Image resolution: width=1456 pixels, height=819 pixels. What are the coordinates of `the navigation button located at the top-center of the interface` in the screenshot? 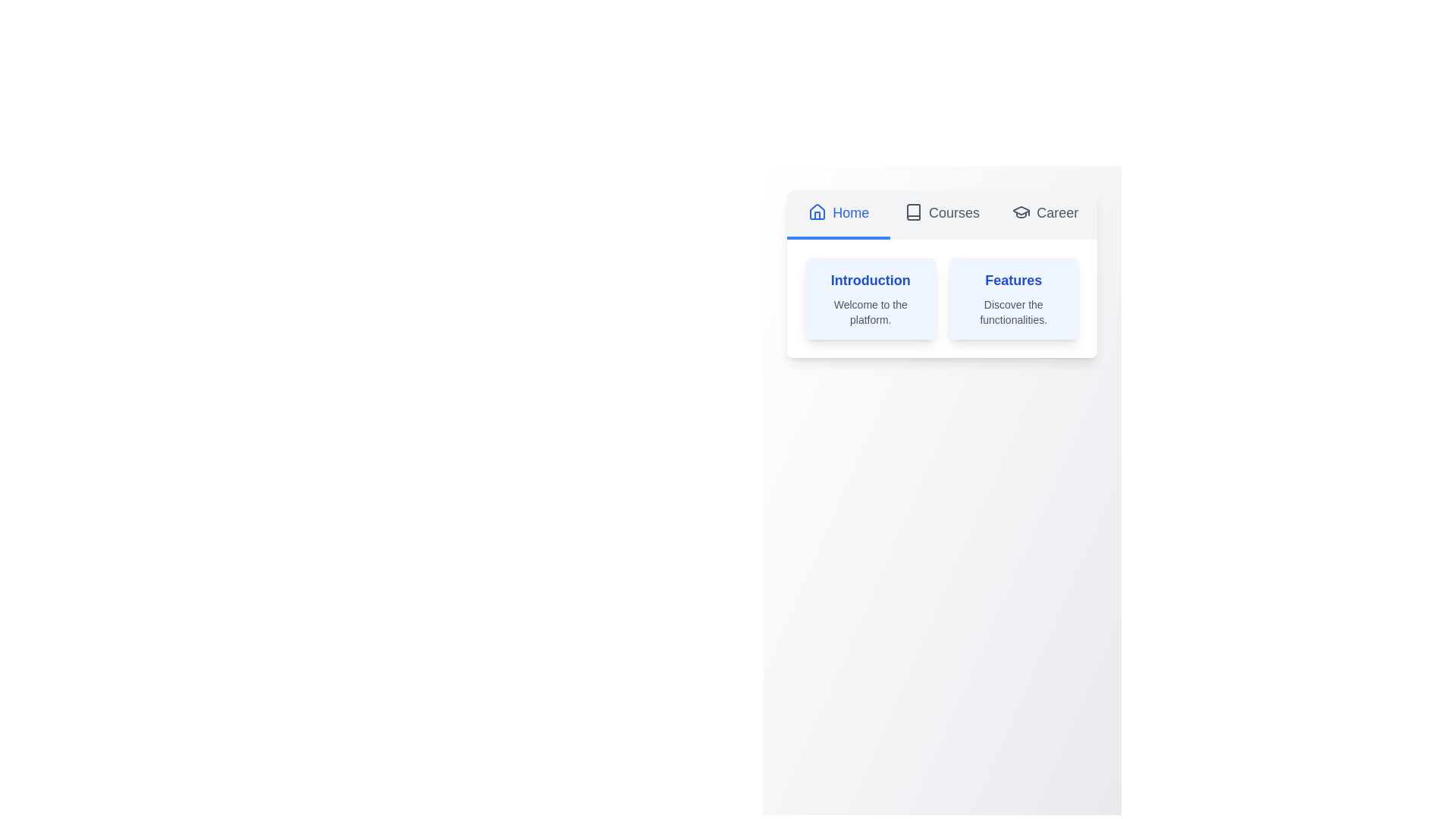 It's located at (838, 215).